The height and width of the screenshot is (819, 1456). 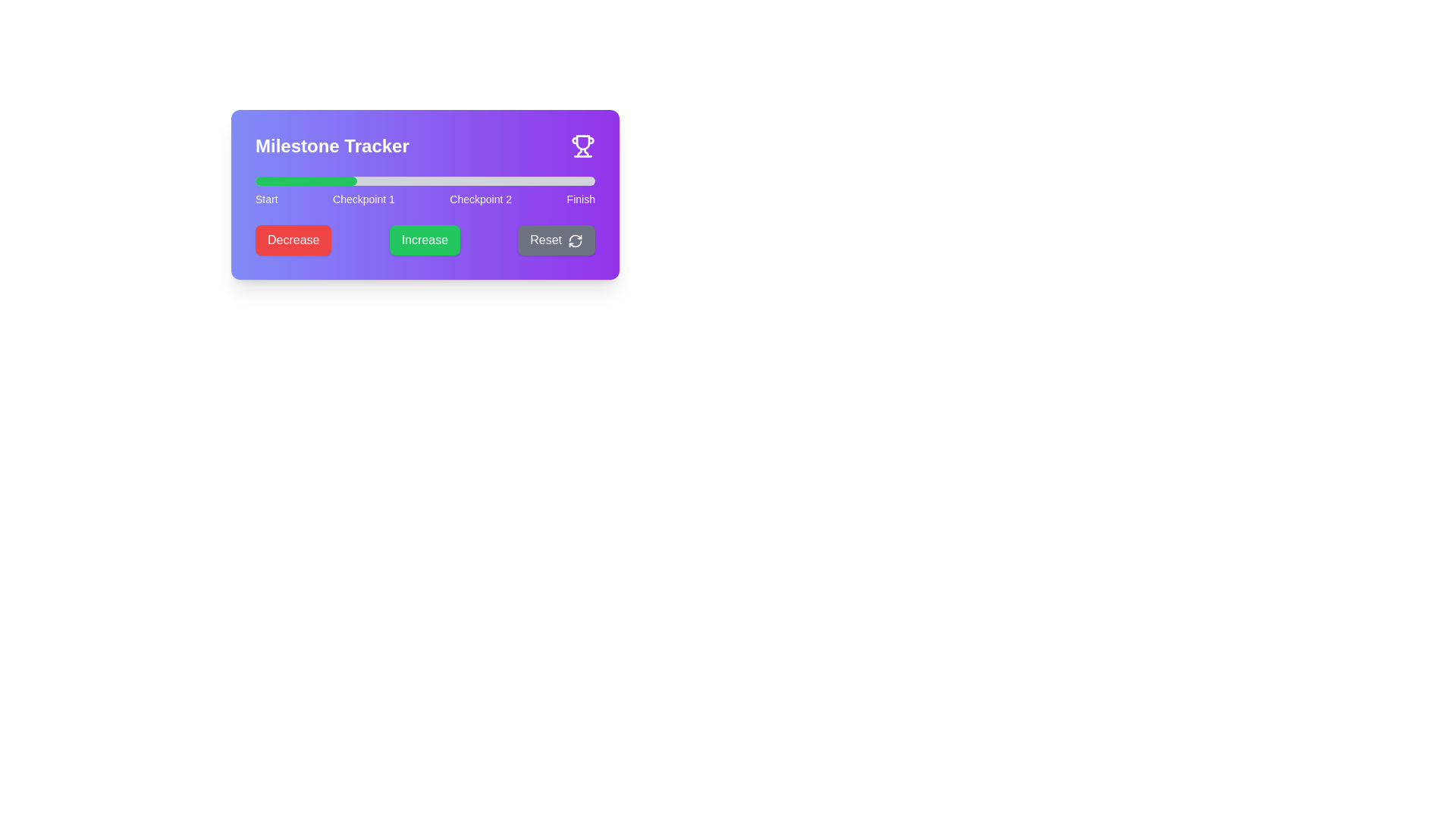 I want to click on the red rectangular button labeled 'Decrease', so click(x=293, y=239).